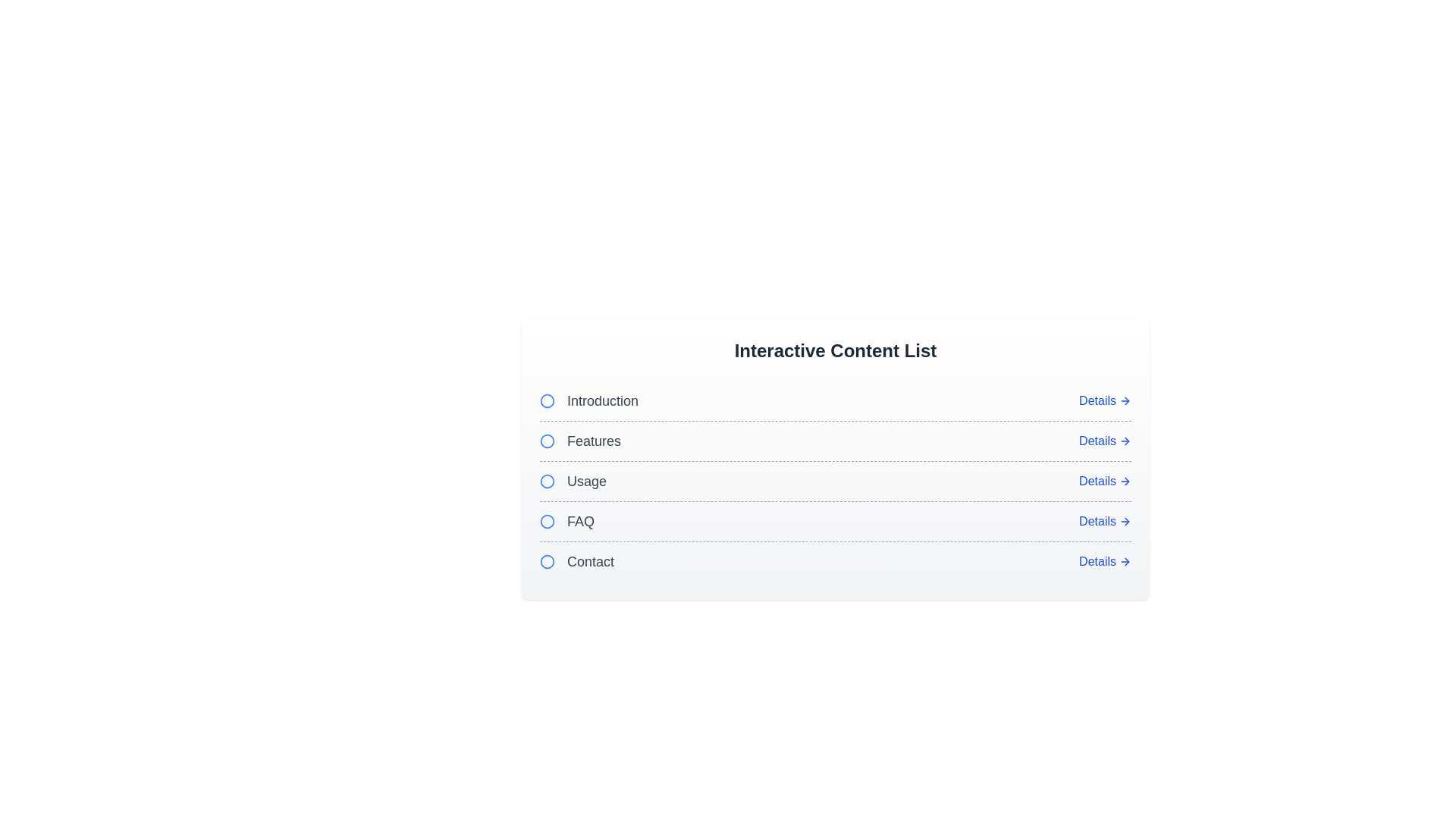 The width and height of the screenshot is (1456, 819). Describe the element at coordinates (835, 441) in the screenshot. I see `the 'Details' link in the second row of the list item that includes a radio button` at that location.